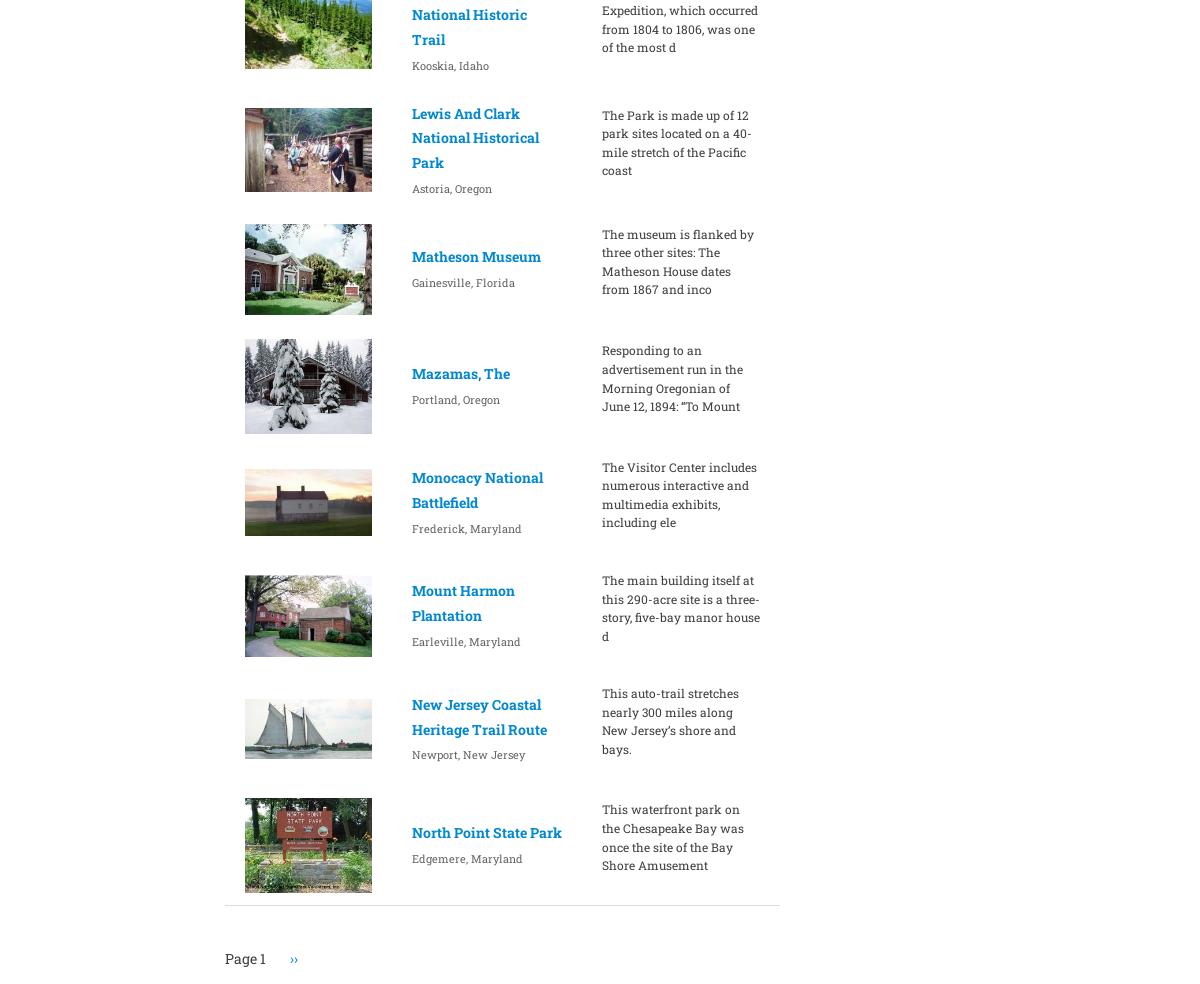  I want to click on 'North Point State Park', so click(485, 831).